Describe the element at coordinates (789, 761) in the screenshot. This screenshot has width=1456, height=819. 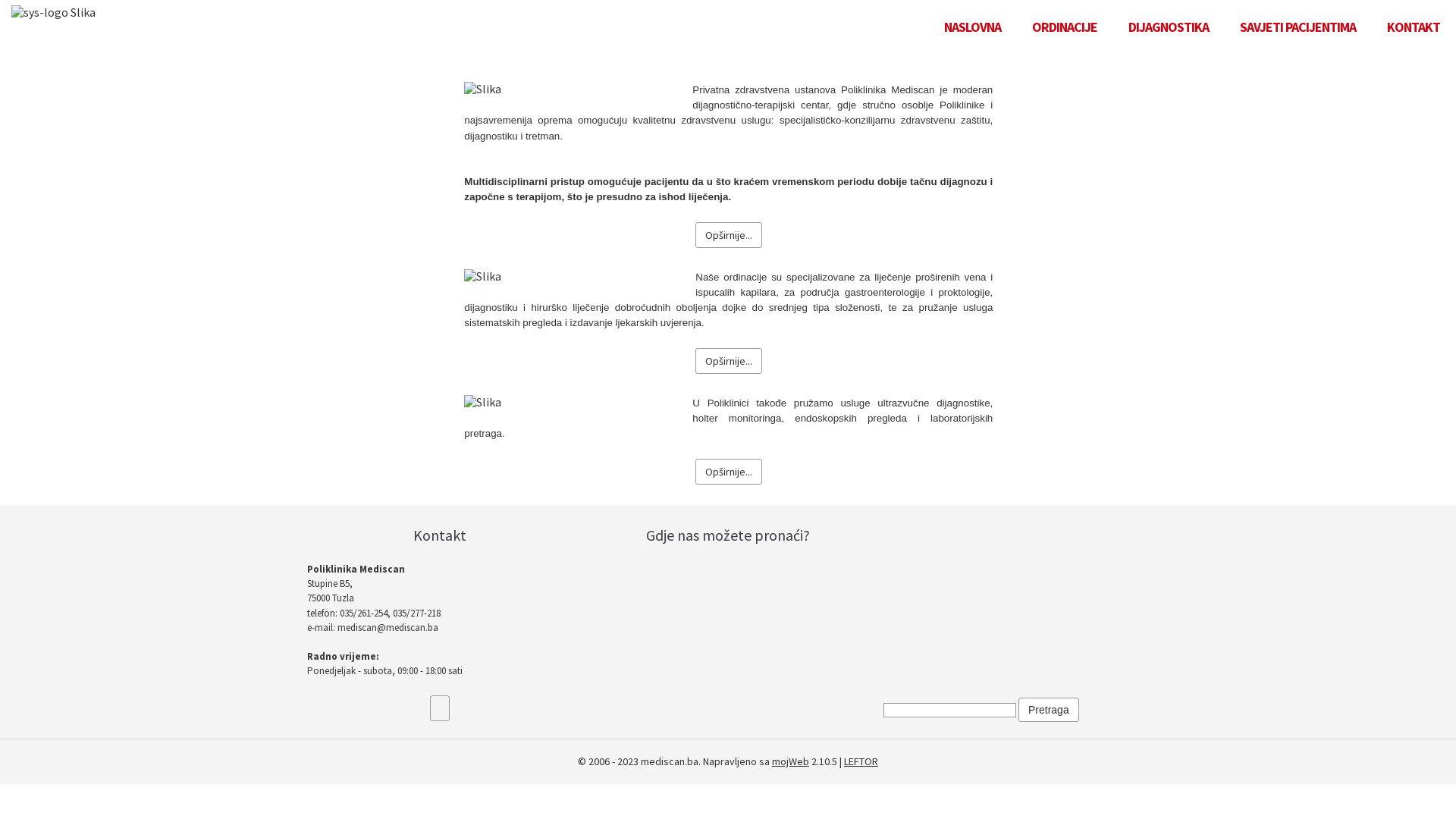
I see `'mojWeb'` at that location.